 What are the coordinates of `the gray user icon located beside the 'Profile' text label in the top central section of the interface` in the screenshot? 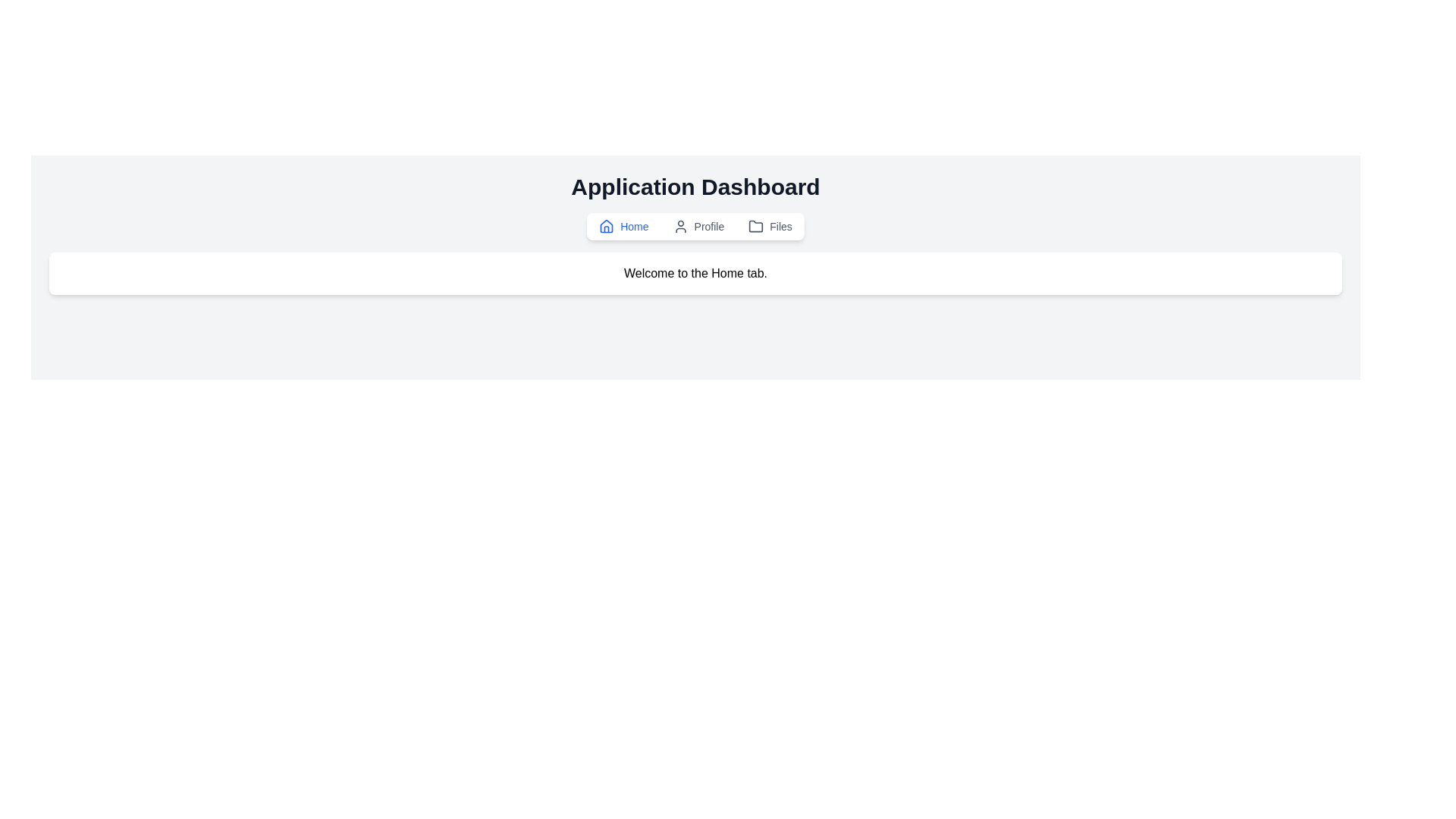 It's located at (679, 227).